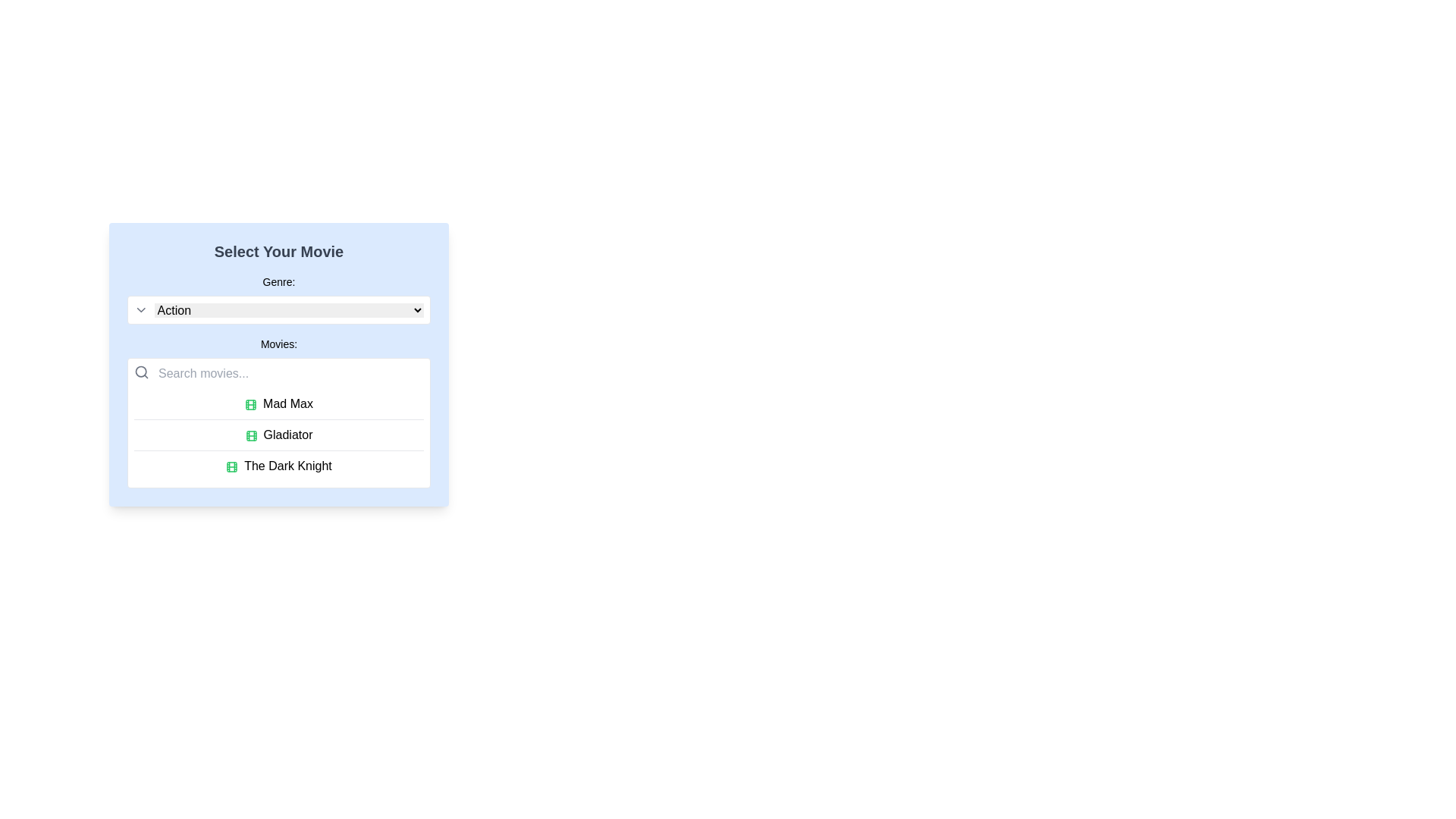 The width and height of the screenshot is (1456, 819). What do you see at coordinates (251, 403) in the screenshot?
I see `decorative graphic element that represents the movie 'Mad Max' located before the text in the movie list for accessibility features` at bounding box center [251, 403].